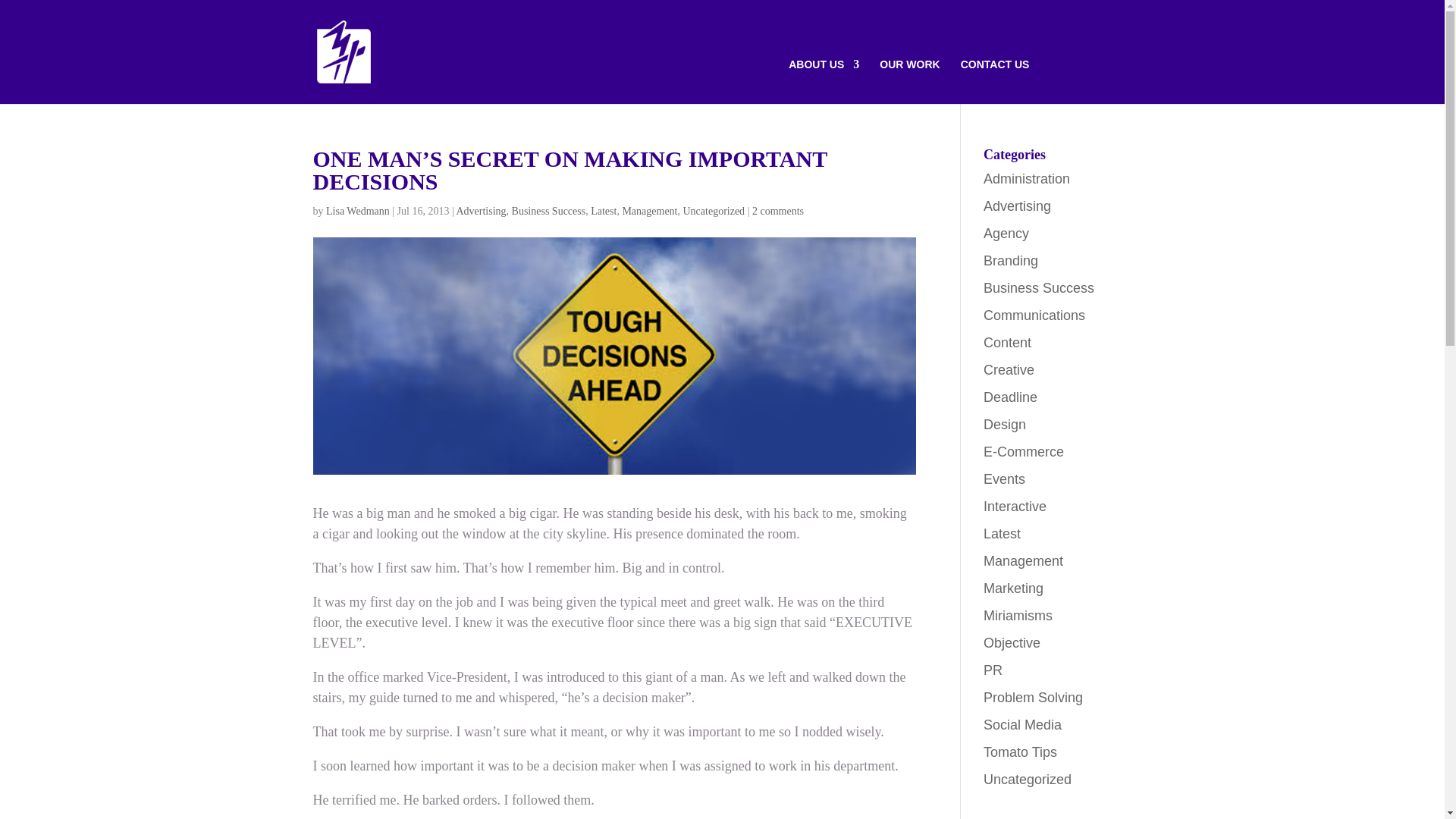 This screenshot has height=819, width=1456. I want to click on 'Marketing', so click(1013, 588).